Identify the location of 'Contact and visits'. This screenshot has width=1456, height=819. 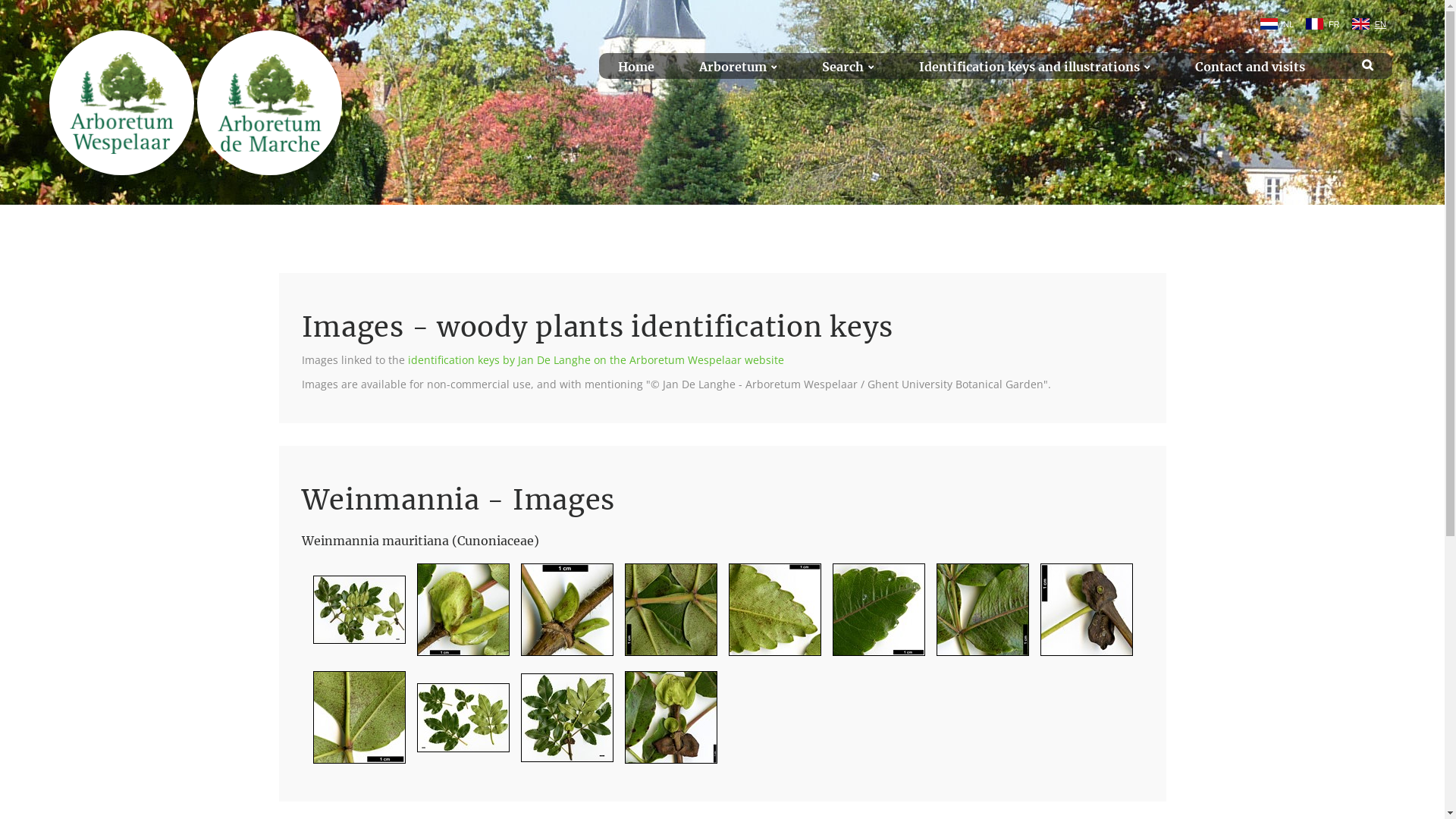
(1250, 66).